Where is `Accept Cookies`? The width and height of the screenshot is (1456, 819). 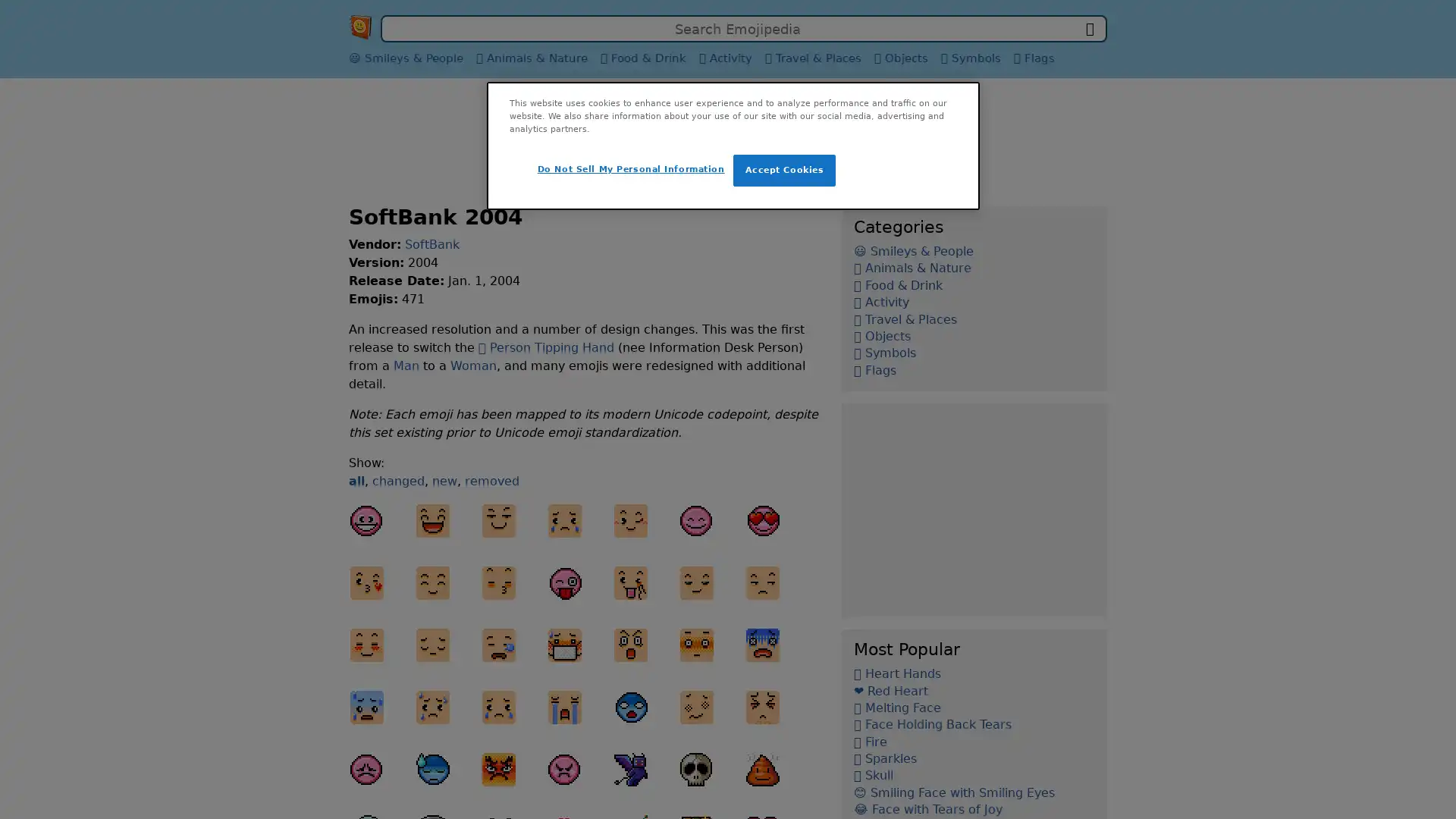
Accept Cookies is located at coordinates (784, 170).